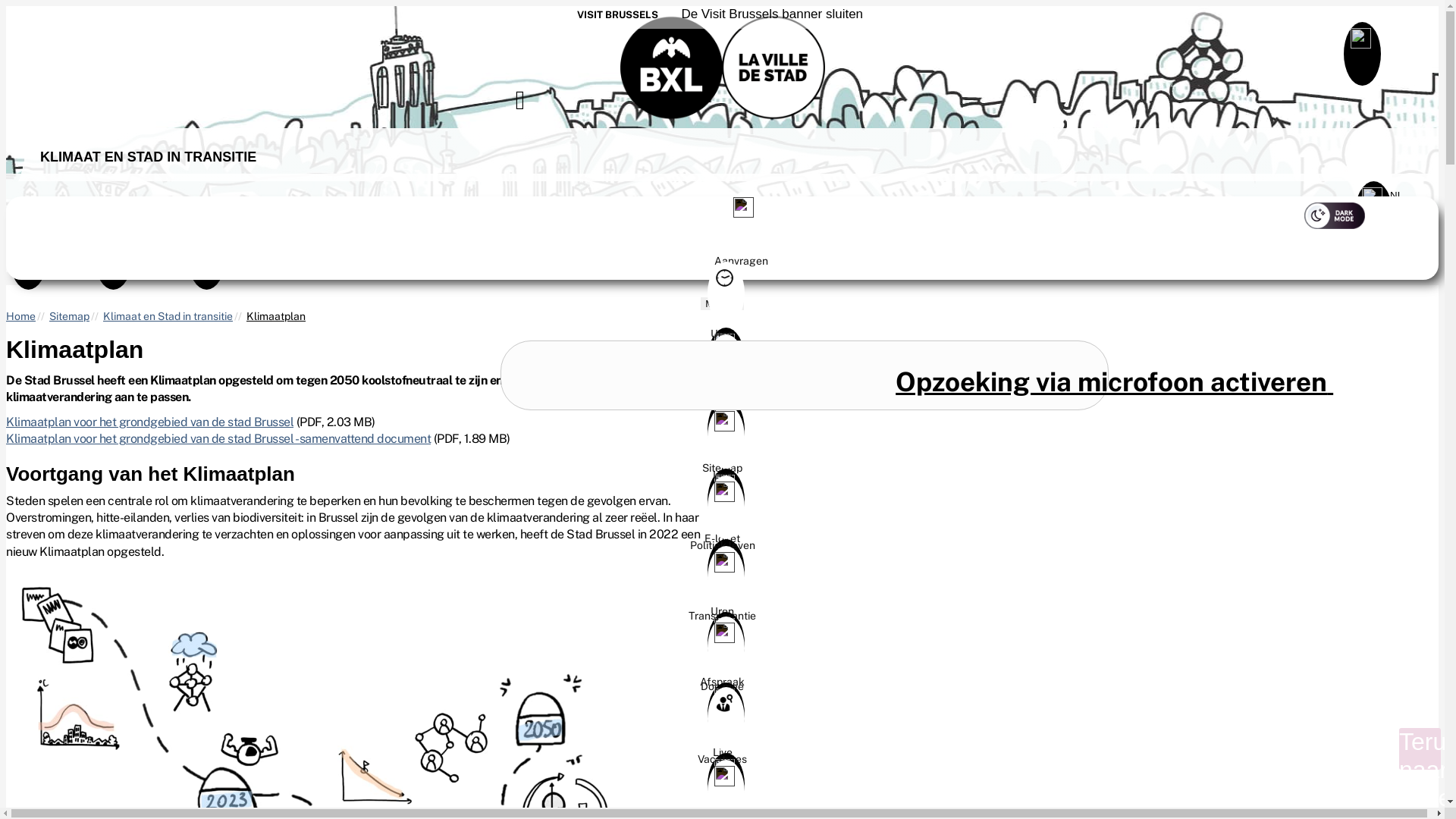 The image size is (1456, 819). What do you see at coordinates (617, 14) in the screenshot?
I see `'VISIT BRUSSELS'` at bounding box center [617, 14].